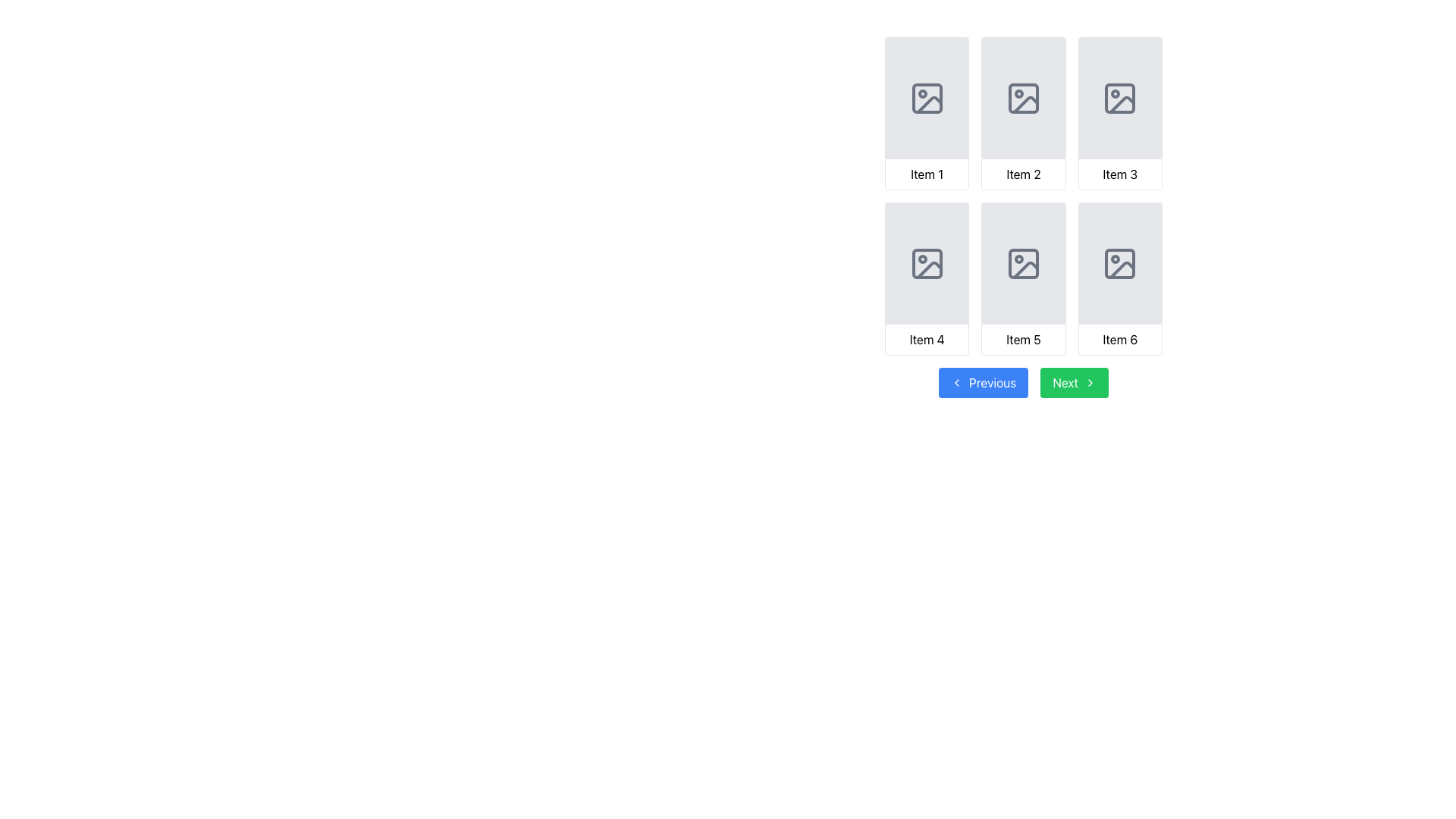 The width and height of the screenshot is (1456, 819). I want to click on the image placeholder icon located in the fourth card of a grid, positioned in the second row and first column, so click(926, 262).